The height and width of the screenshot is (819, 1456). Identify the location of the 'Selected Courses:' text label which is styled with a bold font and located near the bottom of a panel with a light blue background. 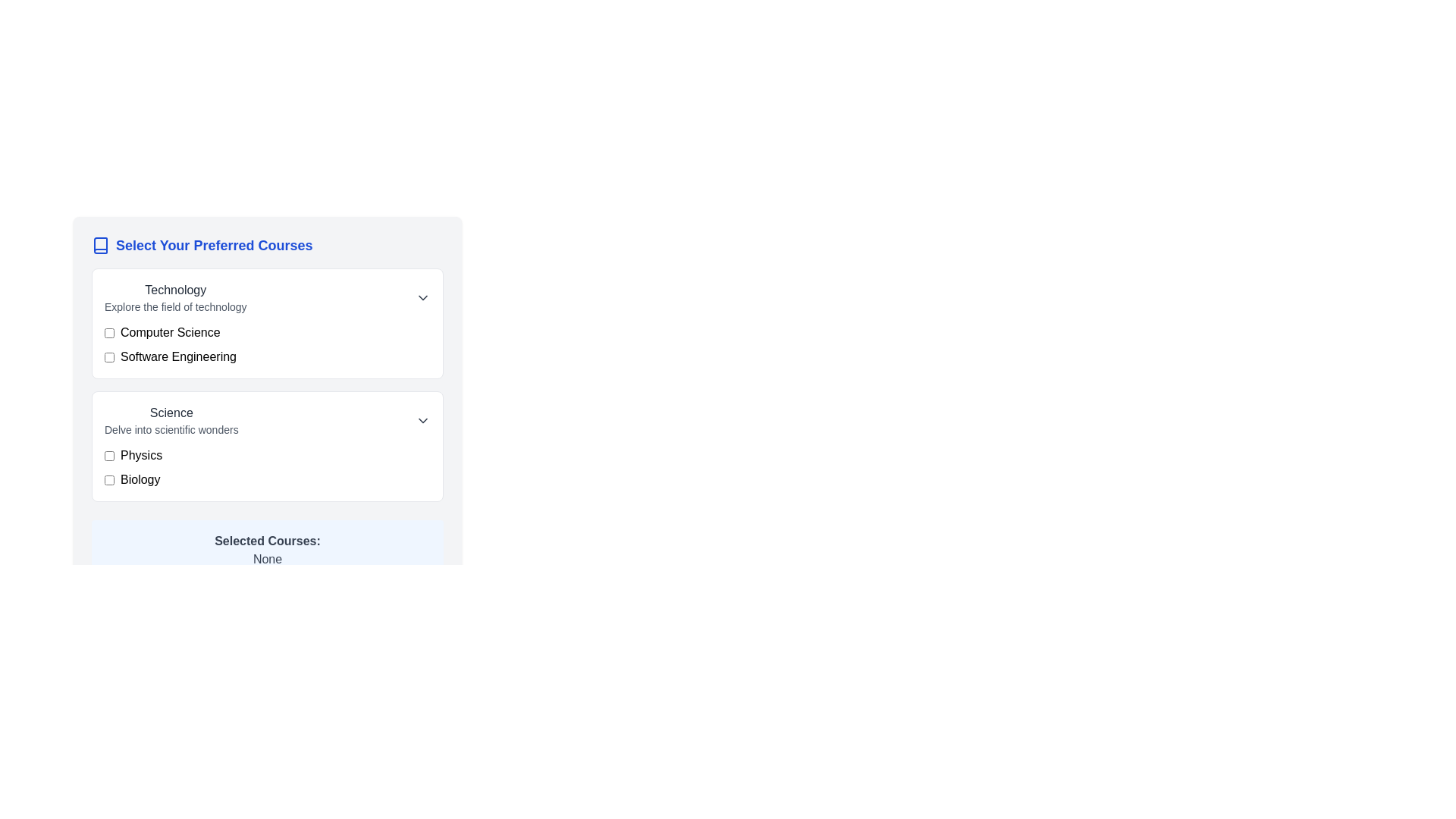
(268, 540).